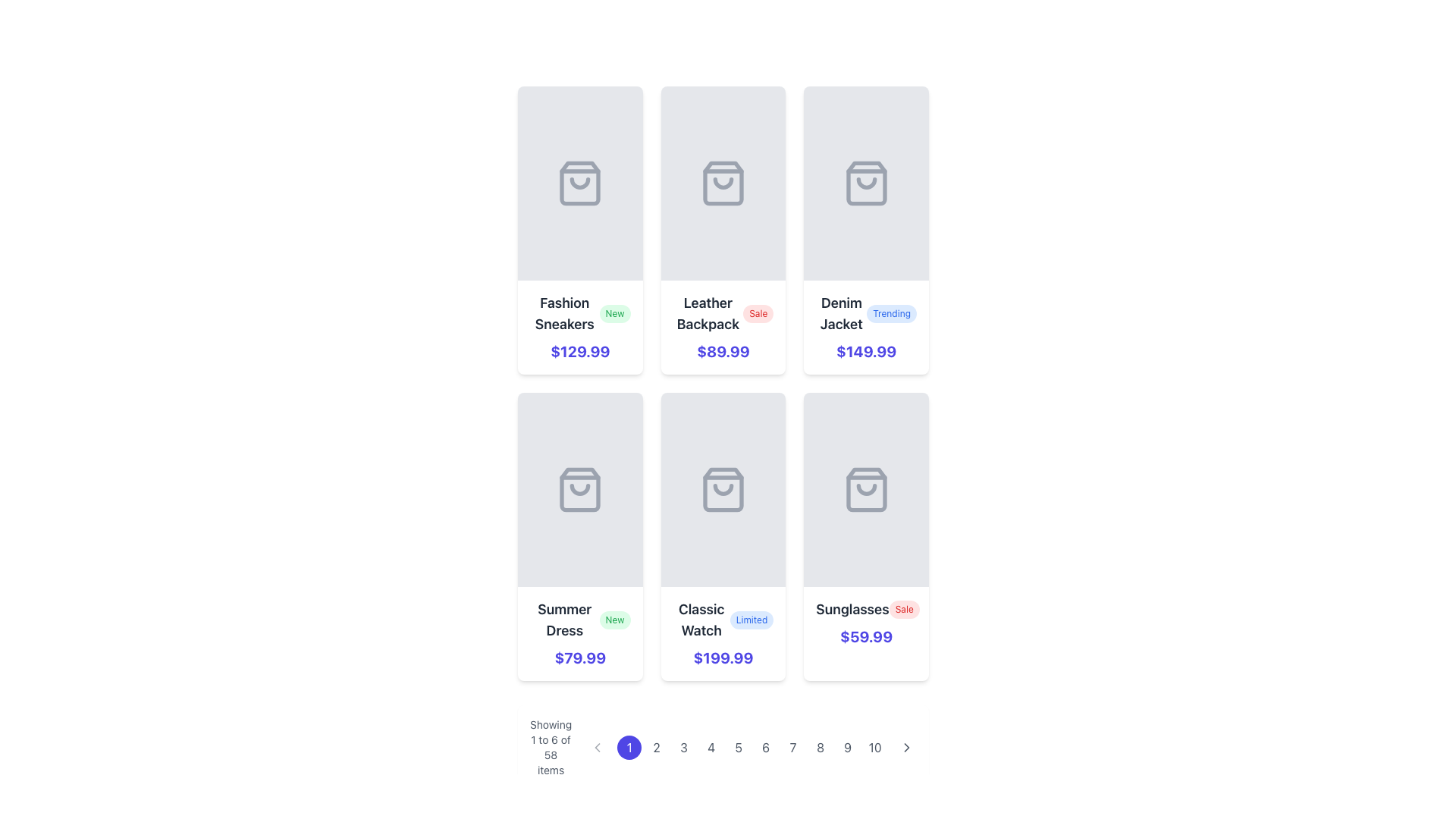  What do you see at coordinates (739, 747) in the screenshot?
I see `the circular button labeled '5' located in the pagination section` at bounding box center [739, 747].